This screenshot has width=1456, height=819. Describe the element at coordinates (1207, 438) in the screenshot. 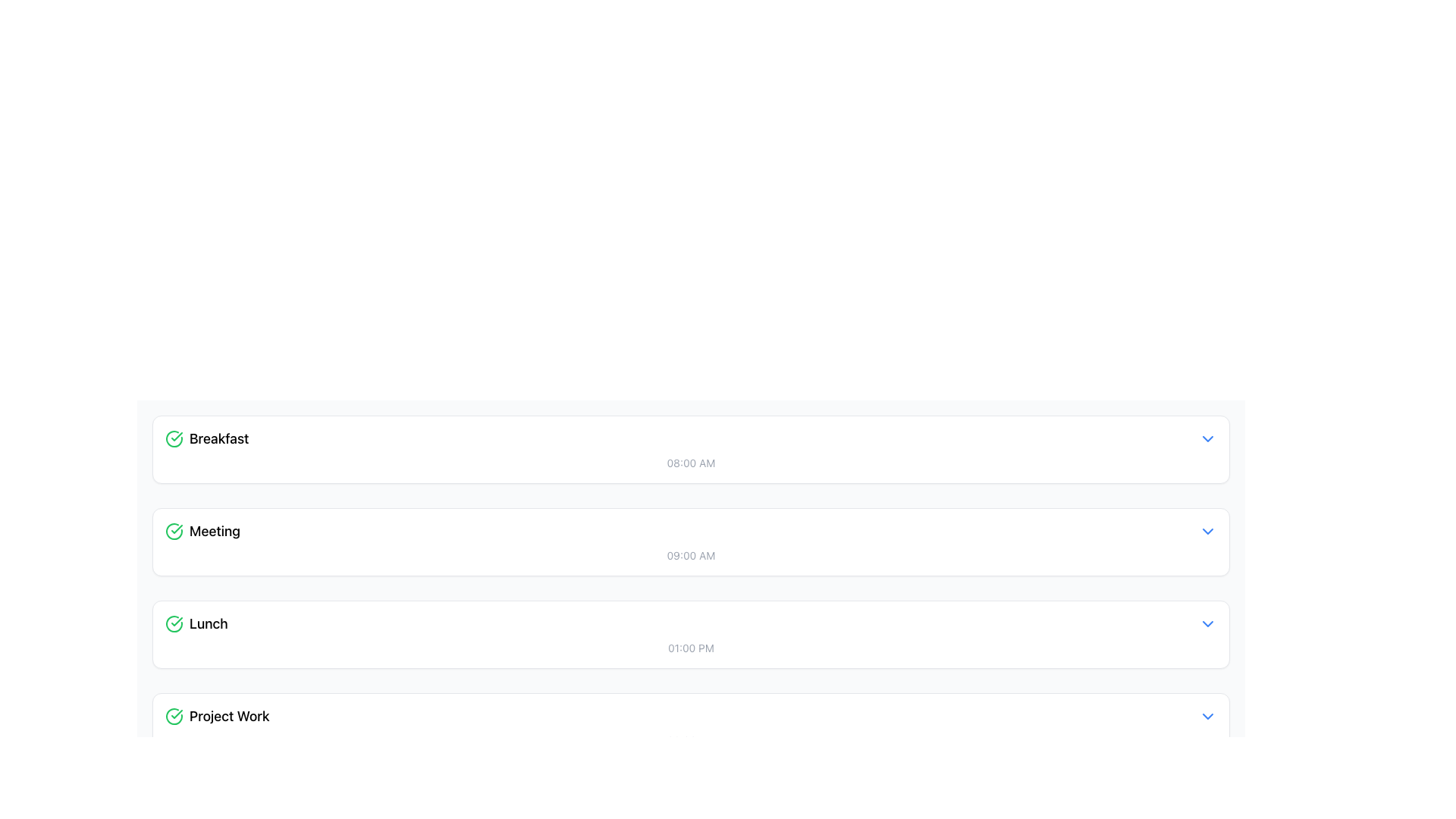

I see `the dropdown toggle button for the 'Breakfast' item` at that location.